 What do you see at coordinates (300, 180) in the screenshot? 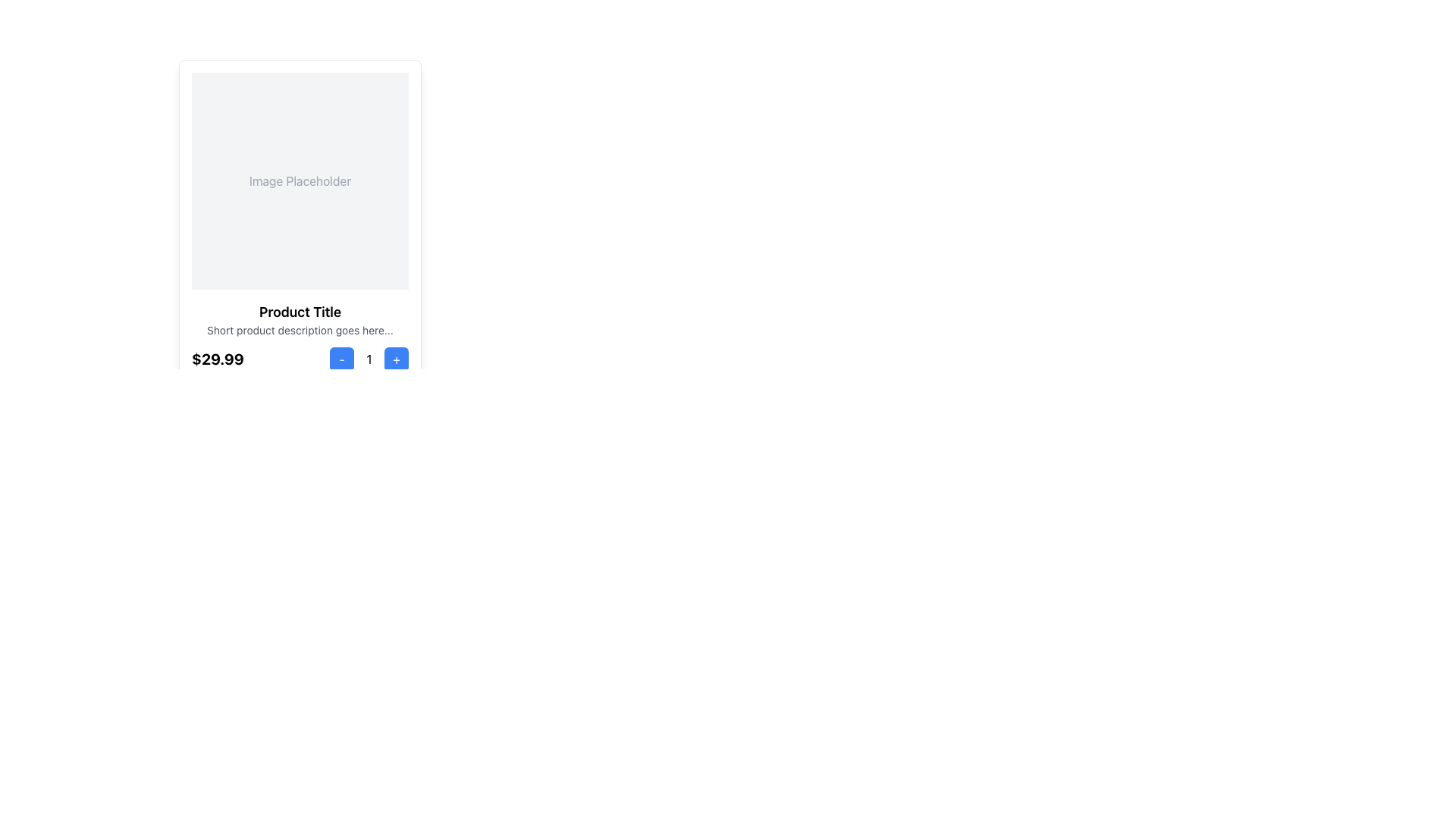
I see `the image placeholder located at the top-central area of the card component, directly above the 'Product Title' text` at bounding box center [300, 180].